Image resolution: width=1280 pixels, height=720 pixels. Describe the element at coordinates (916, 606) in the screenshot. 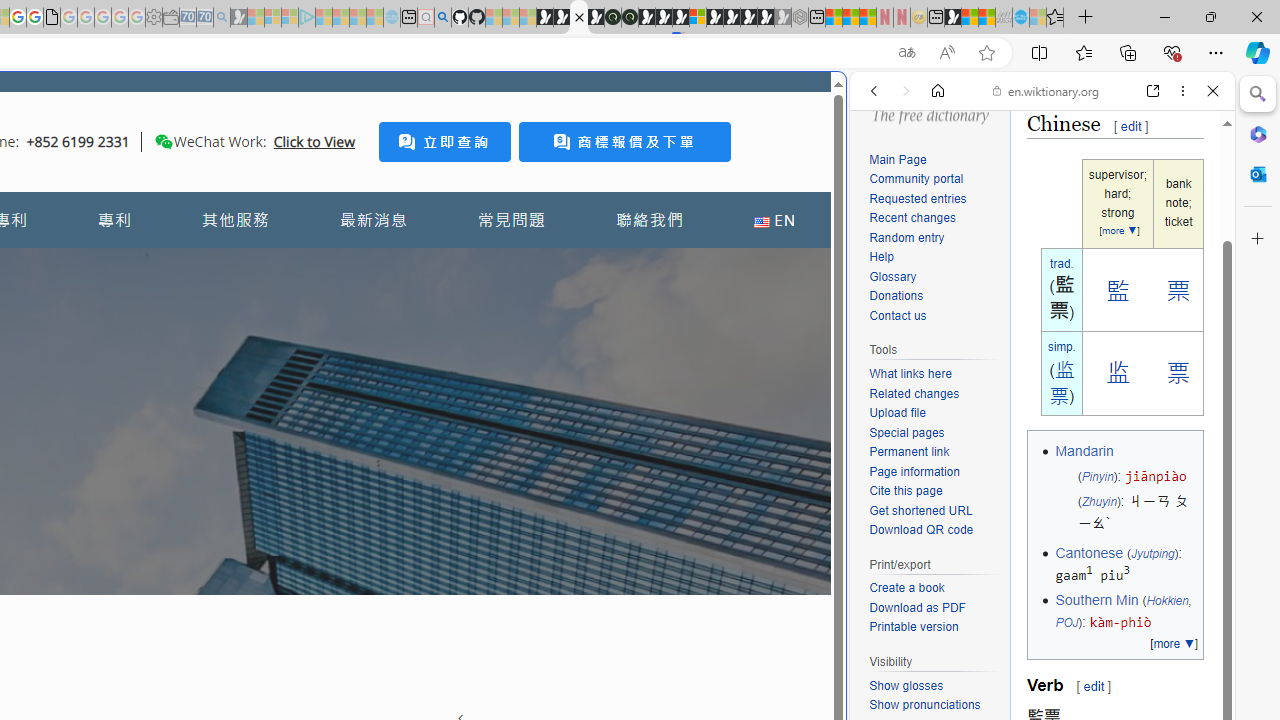

I see `'Download as PDF'` at that location.